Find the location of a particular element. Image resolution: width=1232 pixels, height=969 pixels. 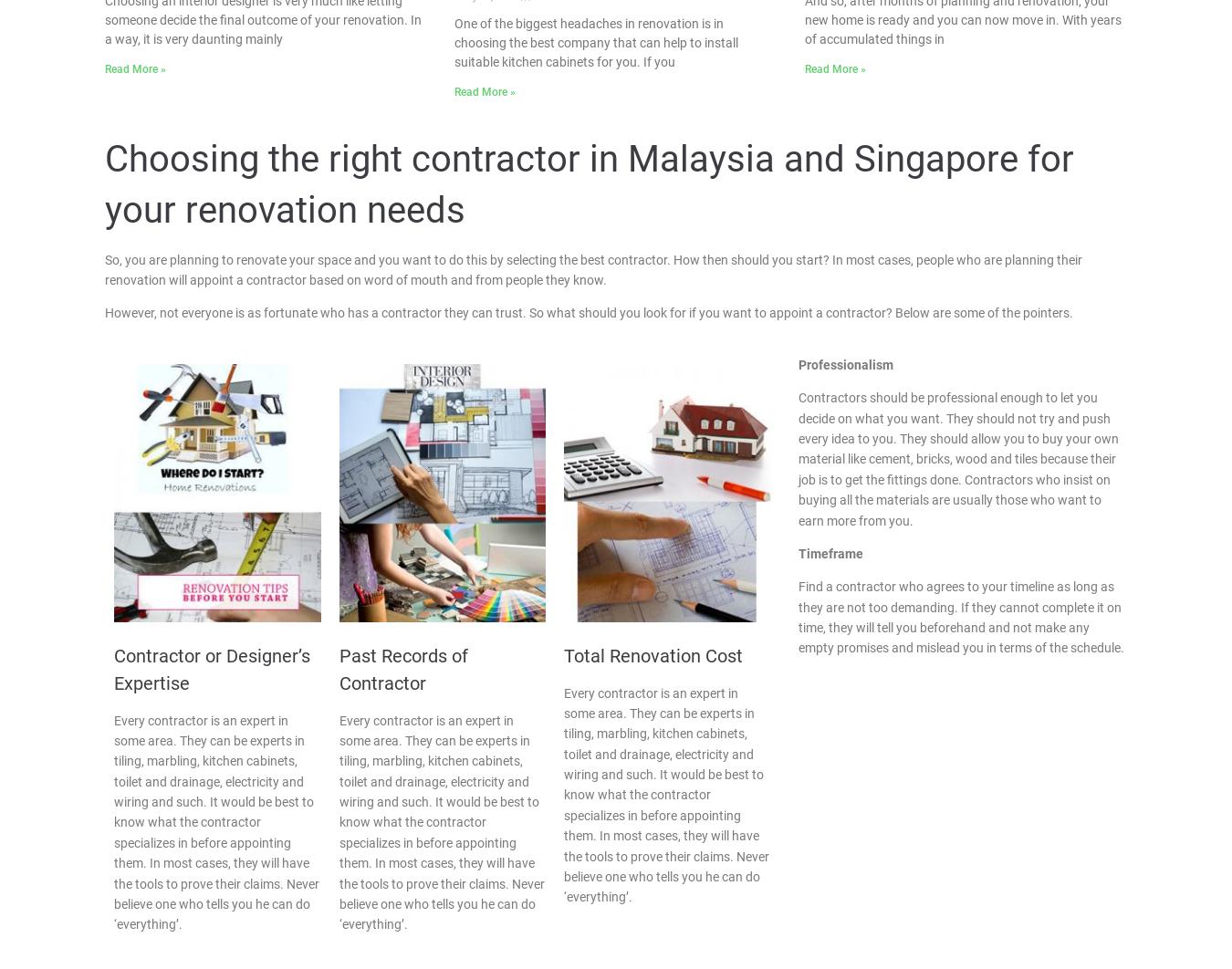

'However, not everyone is as fortunate who has a contractor they can trust. So what should you look for if you want to appoint a contractor? Below are some of the pointers.' is located at coordinates (589, 312).